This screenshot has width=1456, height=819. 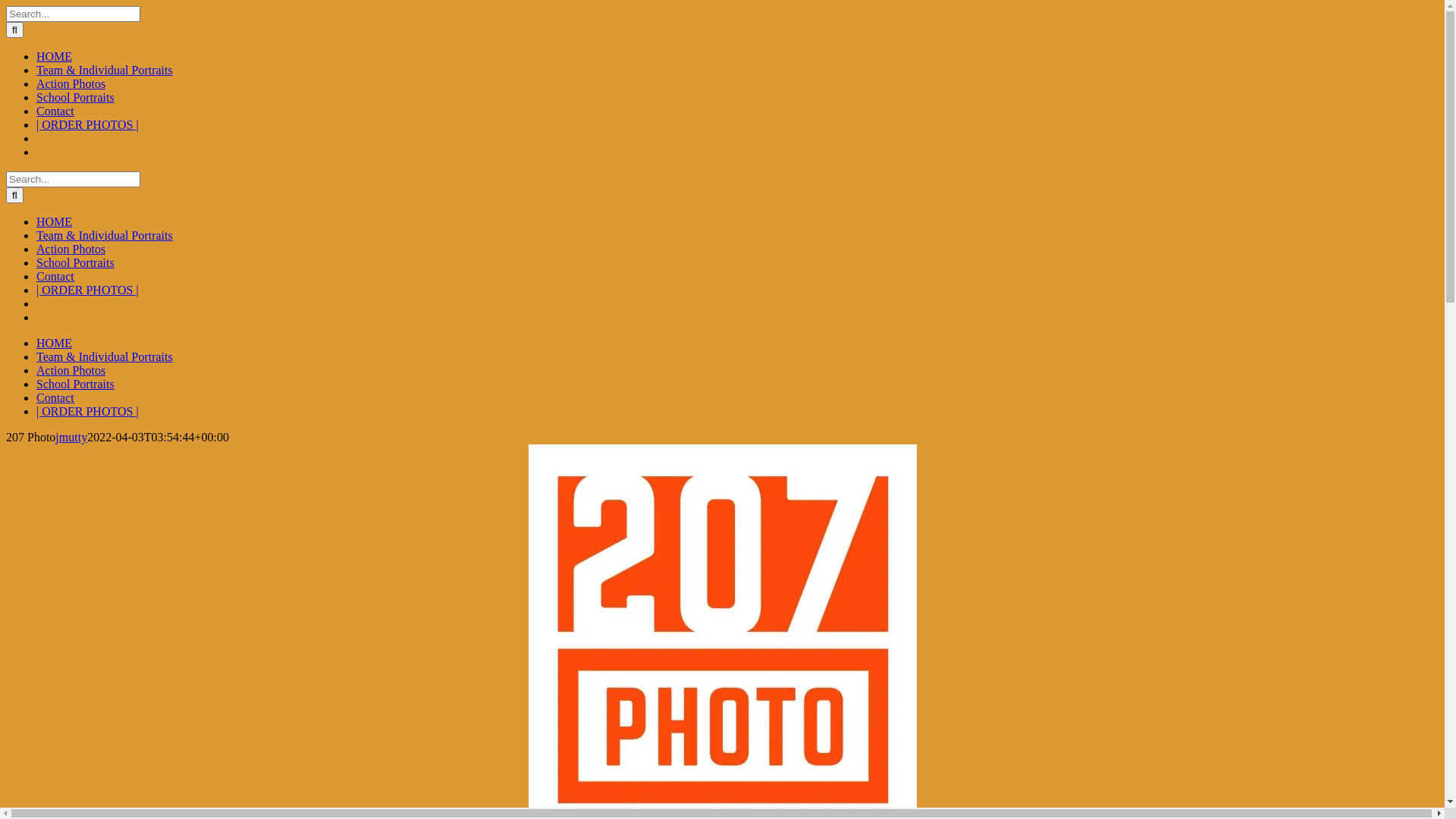 What do you see at coordinates (70, 248) in the screenshot?
I see `'Action Photos'` at bounding box center [70, 248].